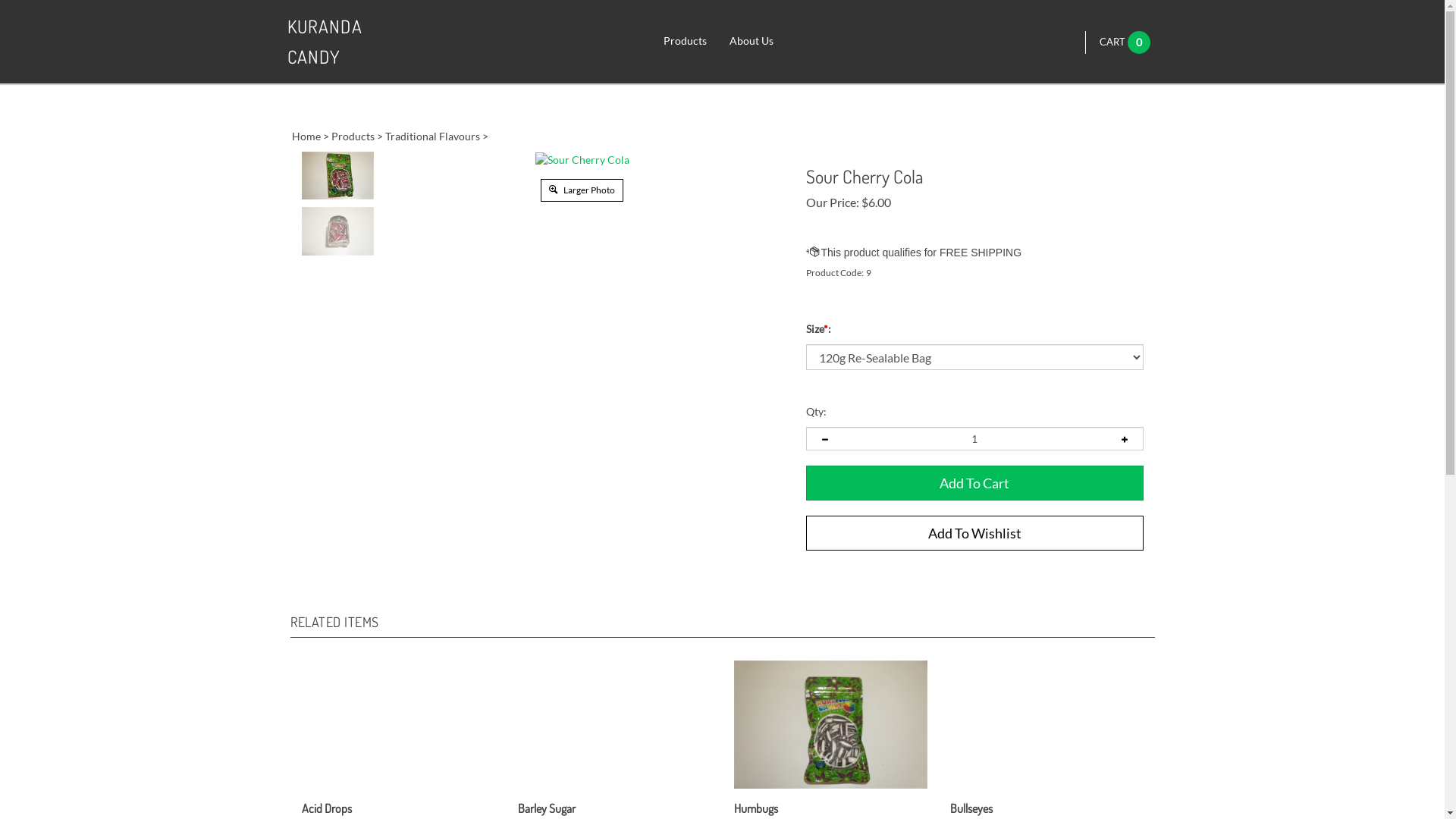 Image resolution: width=1456 pixels, height=819 pixels. Describe the element at coordinates (949, 787) in the screenshot. I see `'Bullseyes'` at that location.